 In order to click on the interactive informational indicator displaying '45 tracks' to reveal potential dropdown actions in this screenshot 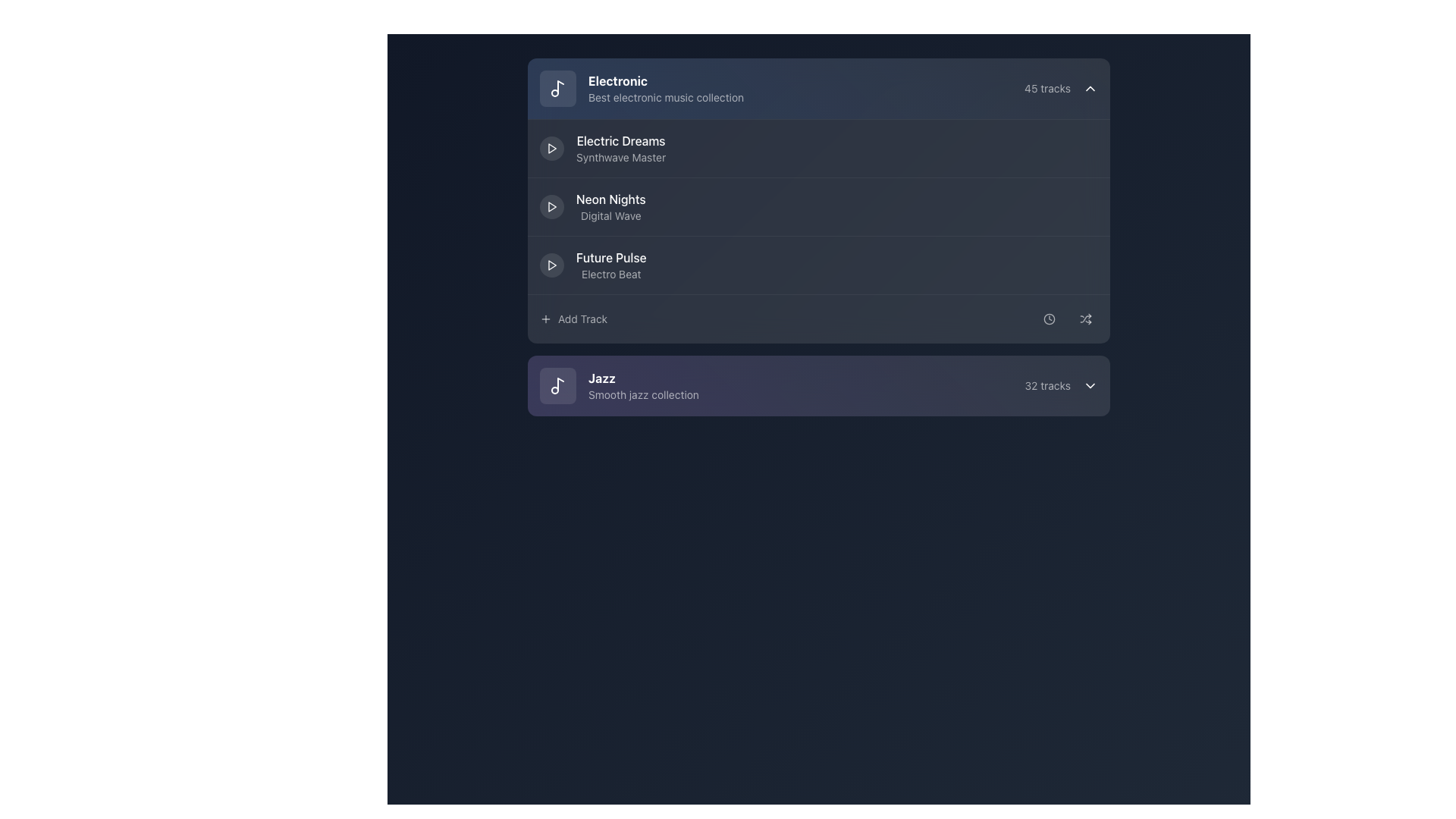, I will do `click(1060, 88)`.